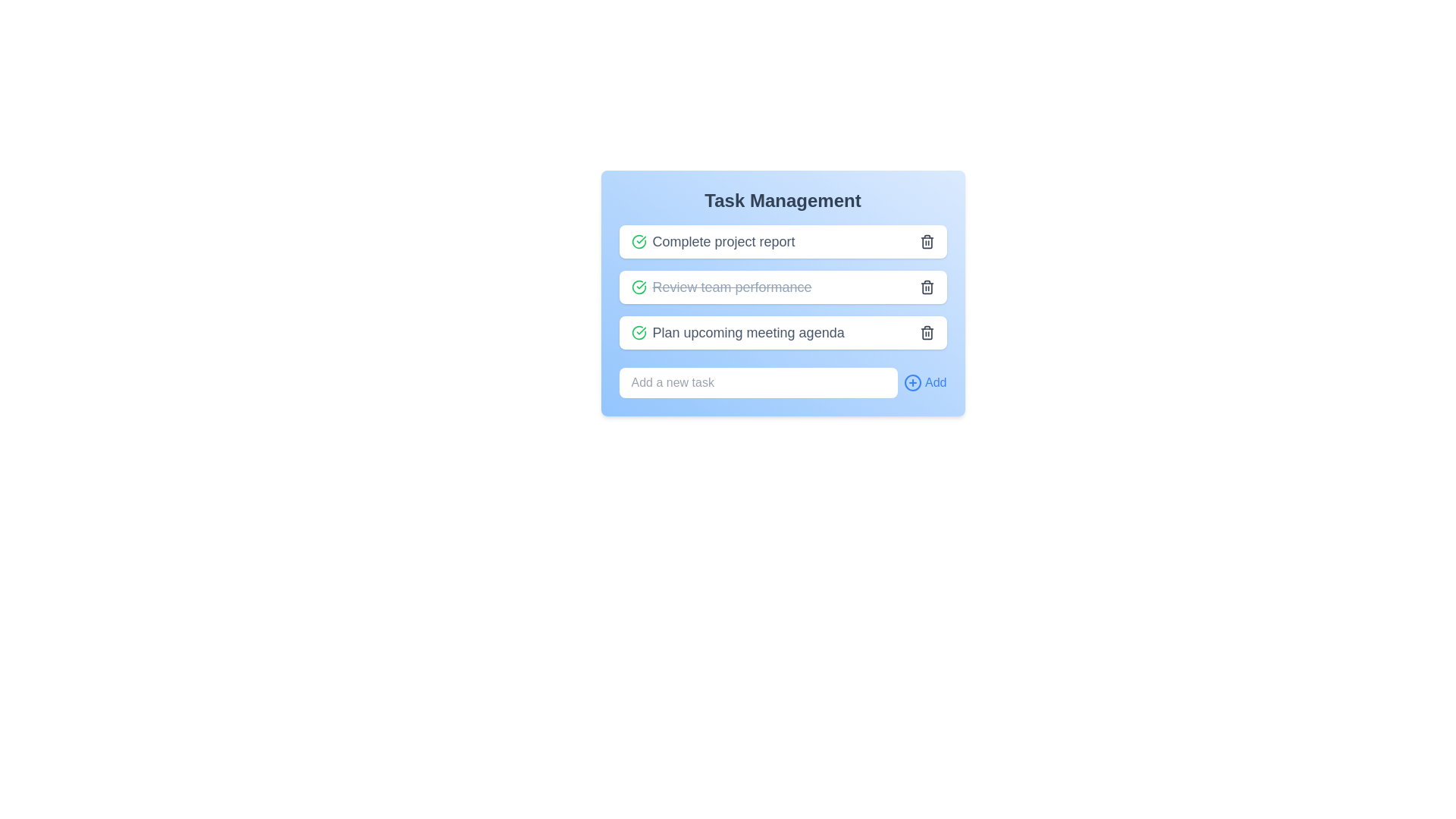  Describe the element at coordinates (926, 287) in the screenshot. I see `the delete button icon located at the right edge of the second task labeled 'Review team performance'` at that location.